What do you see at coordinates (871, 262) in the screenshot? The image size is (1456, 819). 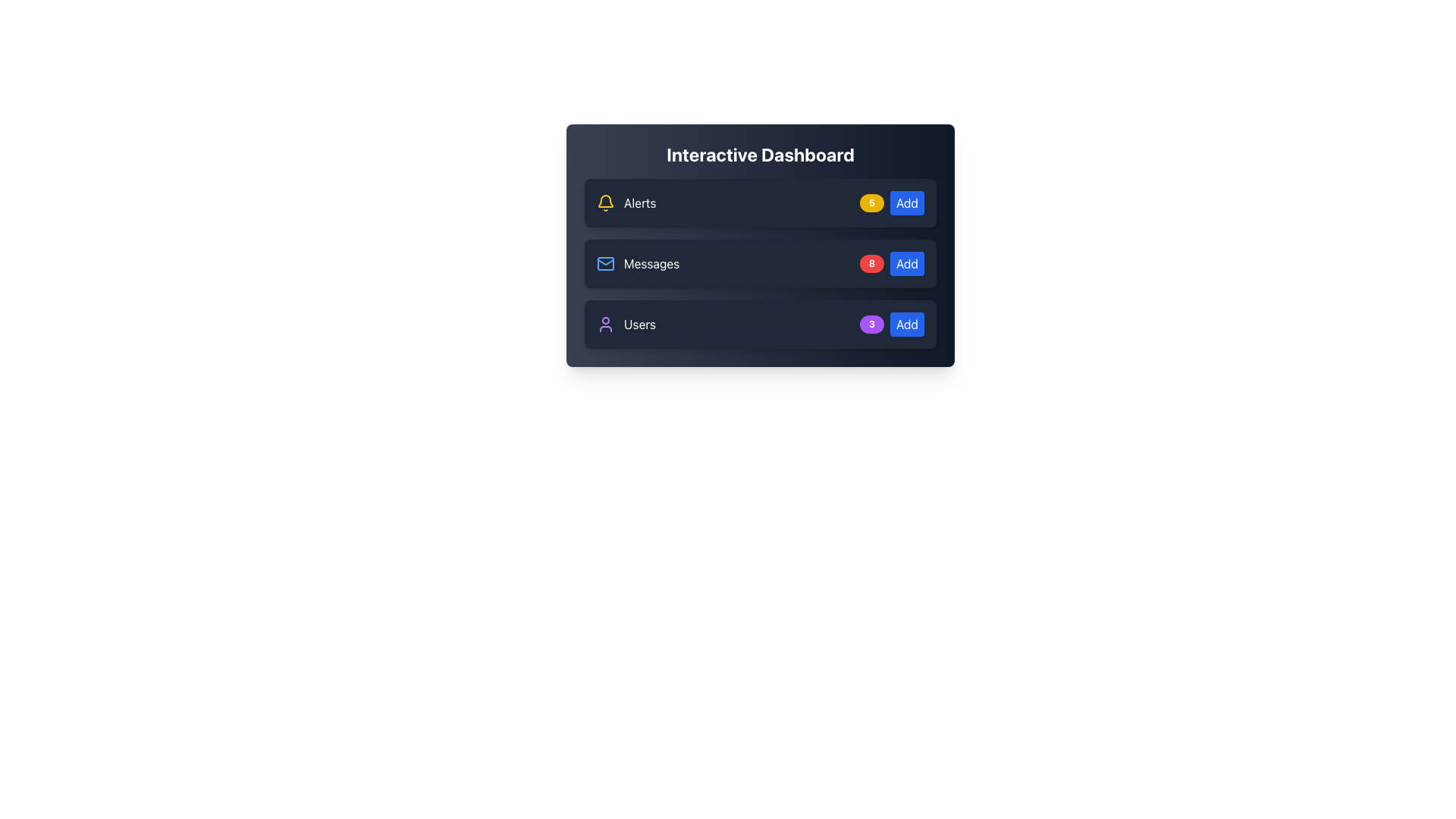 I see `the numerical count displayed on the red badge representing unread messages in the 'Messages' section of the dashboard` at bounding box center [871, 262].